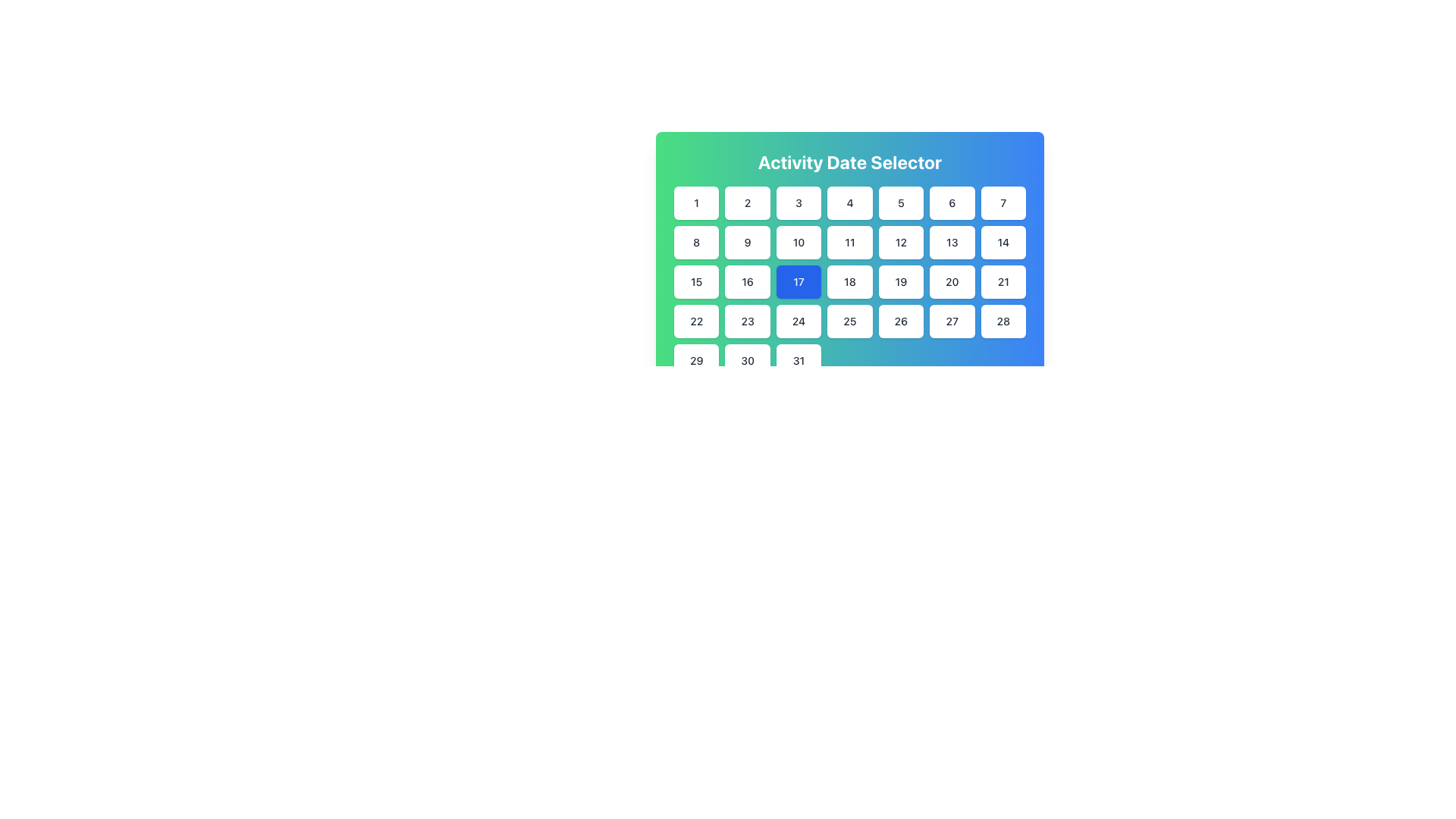 The width and height of the screenshot is (1456, 819). Describe the element at coordinates (798, 281) in the screenshot. I see `the calendar button representing the date '17'` at that location.